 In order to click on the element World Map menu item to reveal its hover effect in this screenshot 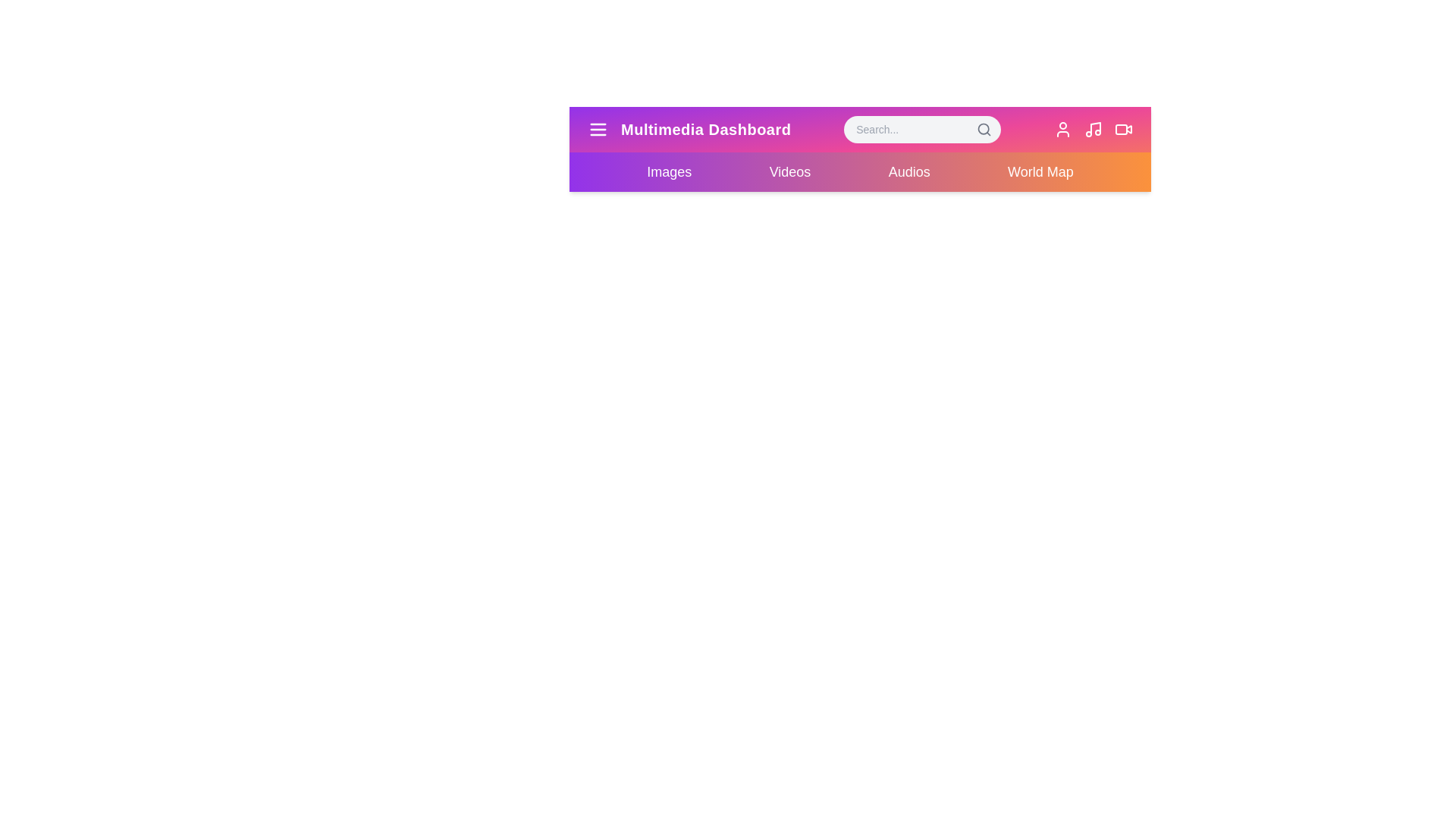, I will do `click(1040, 171)`.